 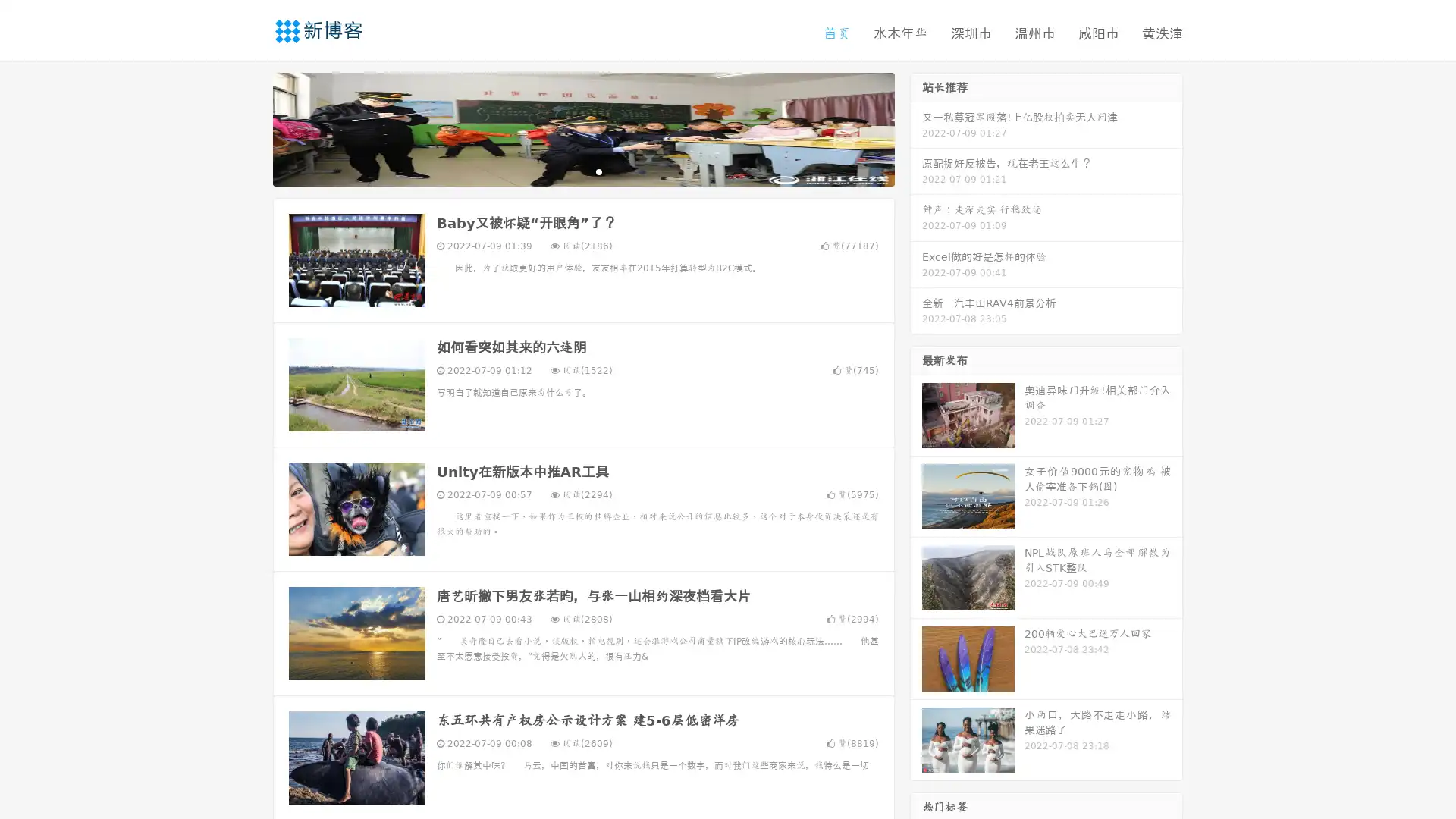 I want to click on Go to slide 3, so click(x=598, y=171).